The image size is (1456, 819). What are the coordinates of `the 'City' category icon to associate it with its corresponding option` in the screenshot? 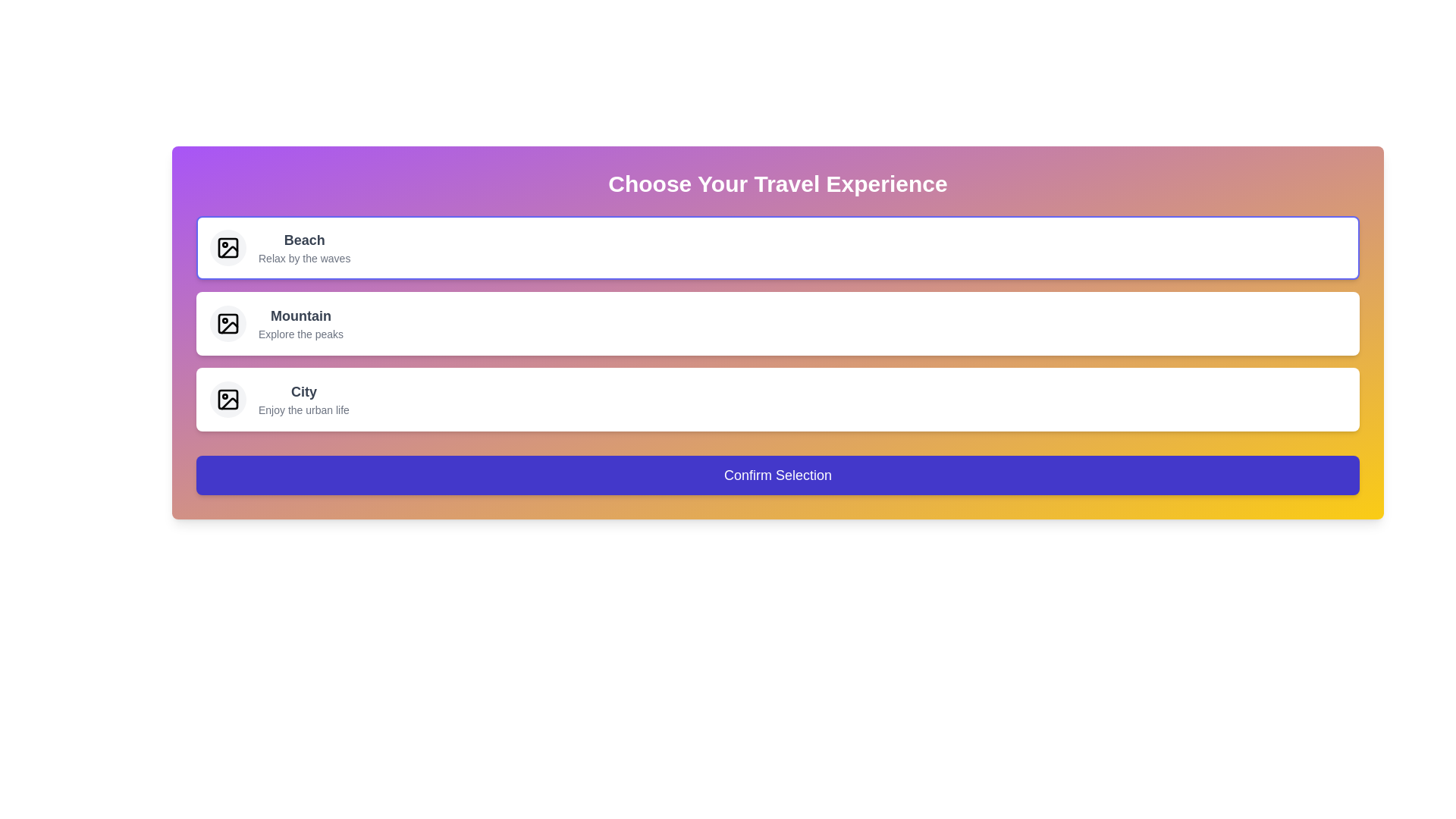 It's located at (227, 399).